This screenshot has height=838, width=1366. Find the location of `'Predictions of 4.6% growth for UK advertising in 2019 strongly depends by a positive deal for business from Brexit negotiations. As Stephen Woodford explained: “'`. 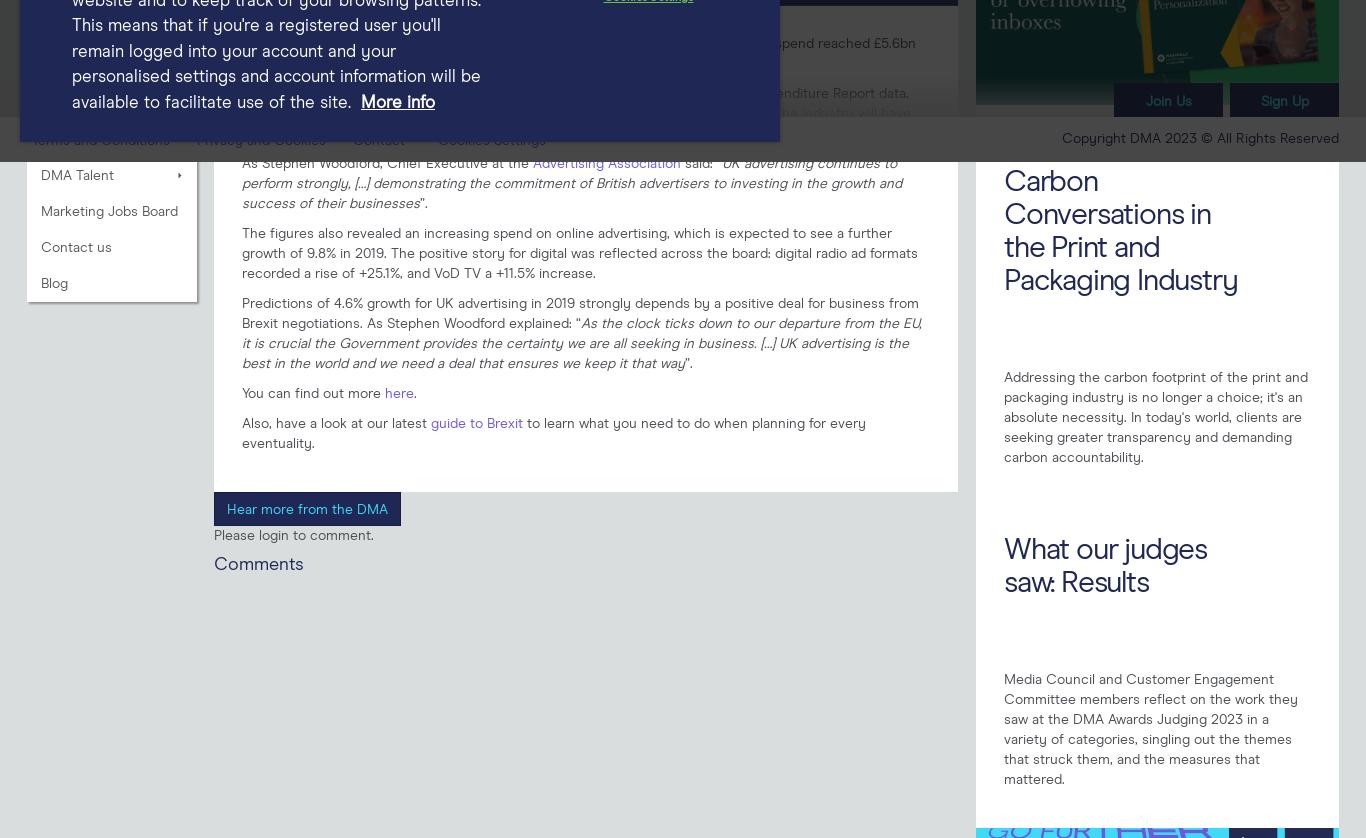

'Predictions of 4.6% growth for UK advertising in 2019 strongly depends by a positive deal for business from Brexit negotiations. As Stephen Woodford explained: “' is located at coordinates (579, 312).